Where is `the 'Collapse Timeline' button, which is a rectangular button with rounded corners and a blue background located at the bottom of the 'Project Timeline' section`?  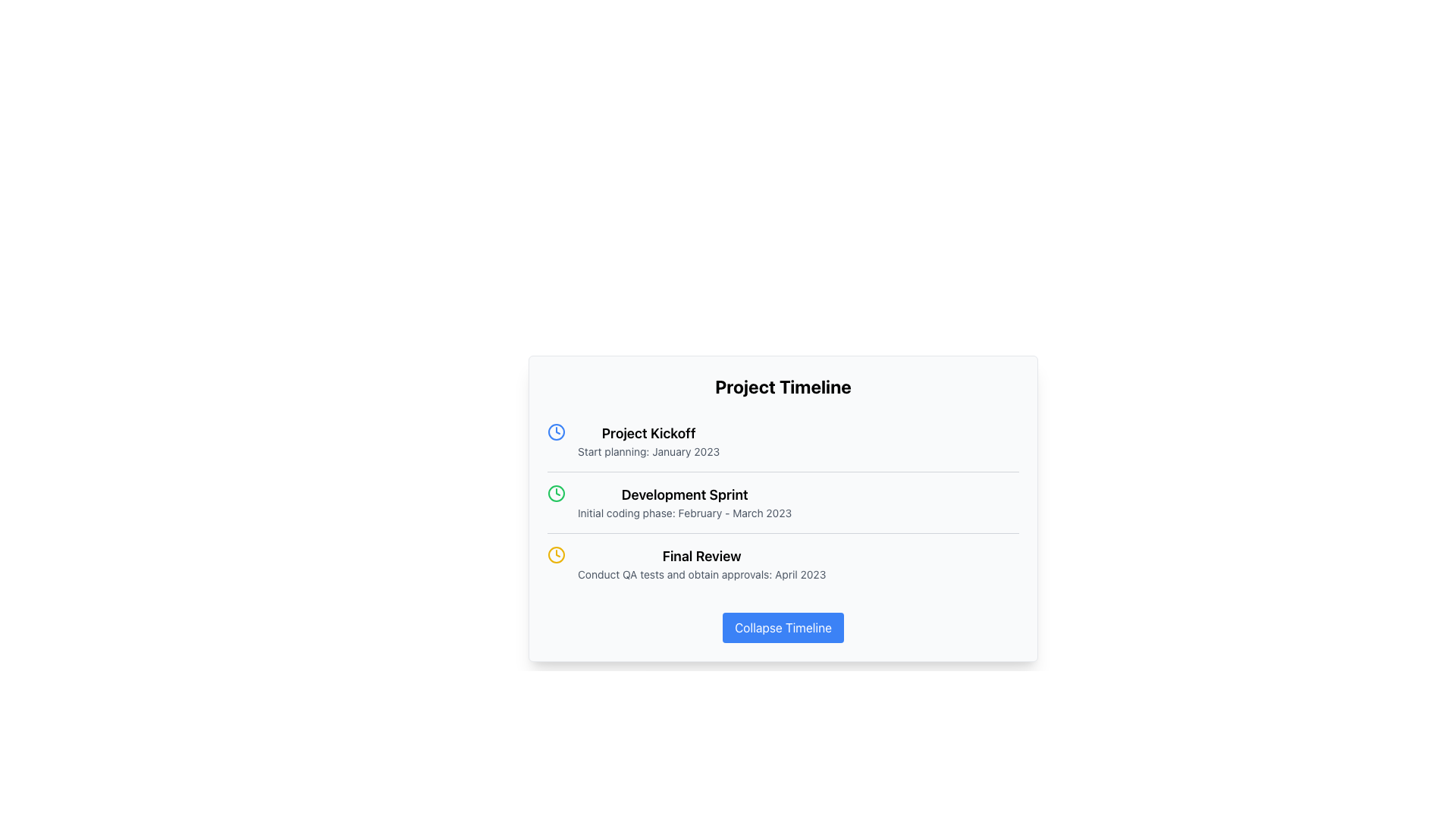 the 'Collapse Timeline' button, which is a rectangular button with rounded corners and a blue background located at the bottom of the 'Project Timeline' section is located at coordinates (783, 628).